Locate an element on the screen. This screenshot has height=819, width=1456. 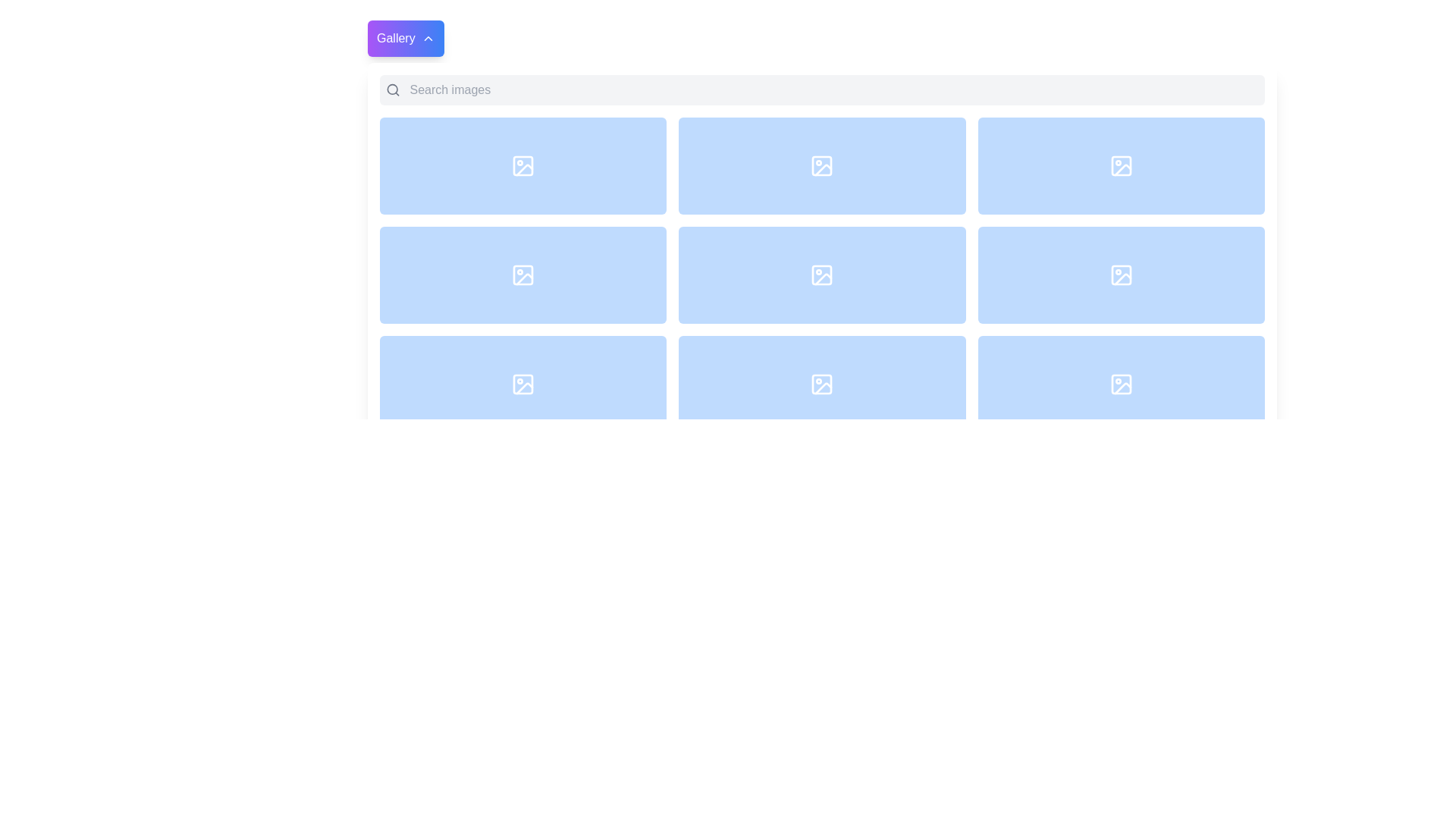
the square with rounded corners located within the icon on the second row, third column of the grid layout is located at coordinates (821, 166).